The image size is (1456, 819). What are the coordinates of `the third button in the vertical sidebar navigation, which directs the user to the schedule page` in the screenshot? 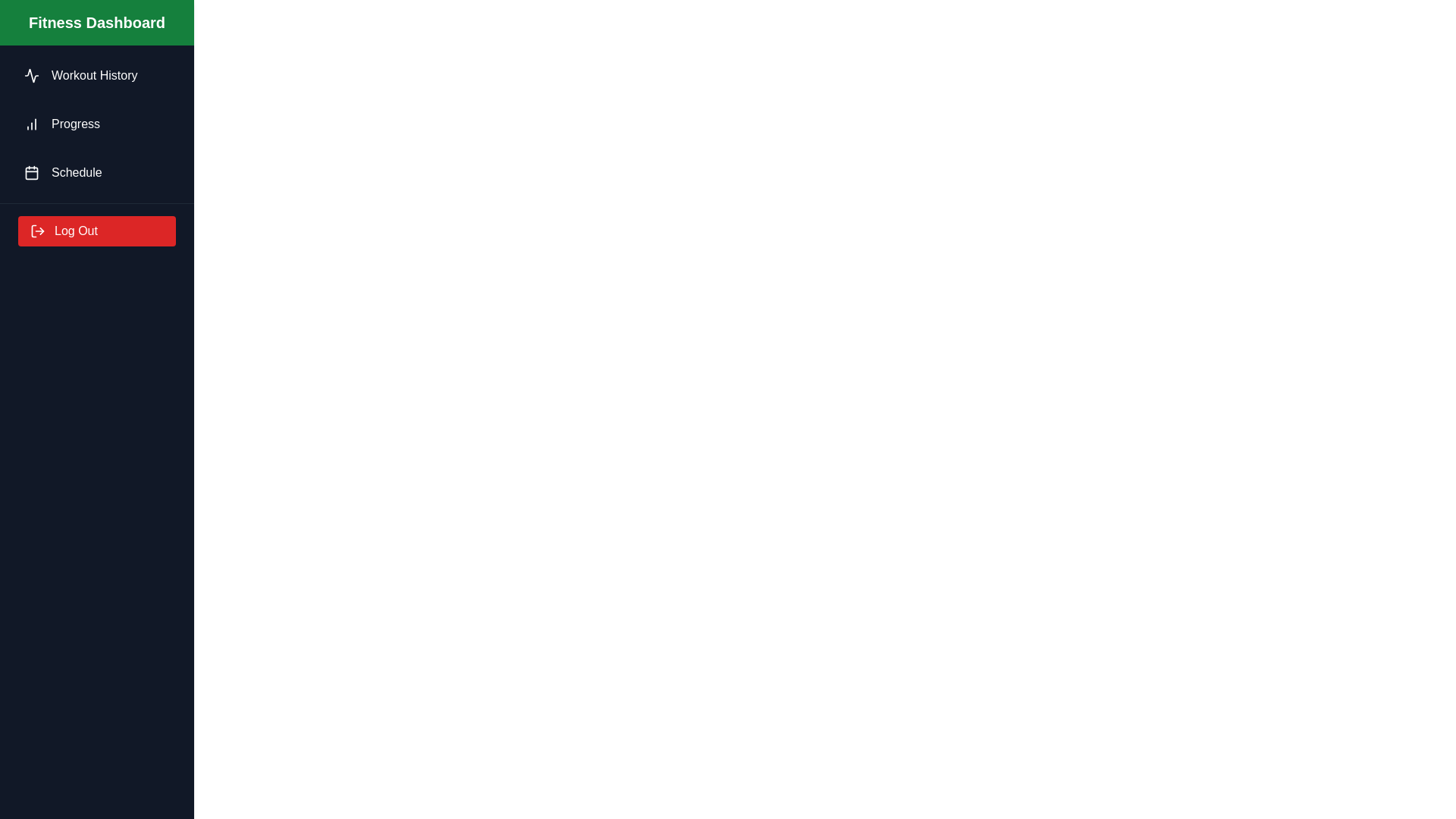 It's located at (96, 171).